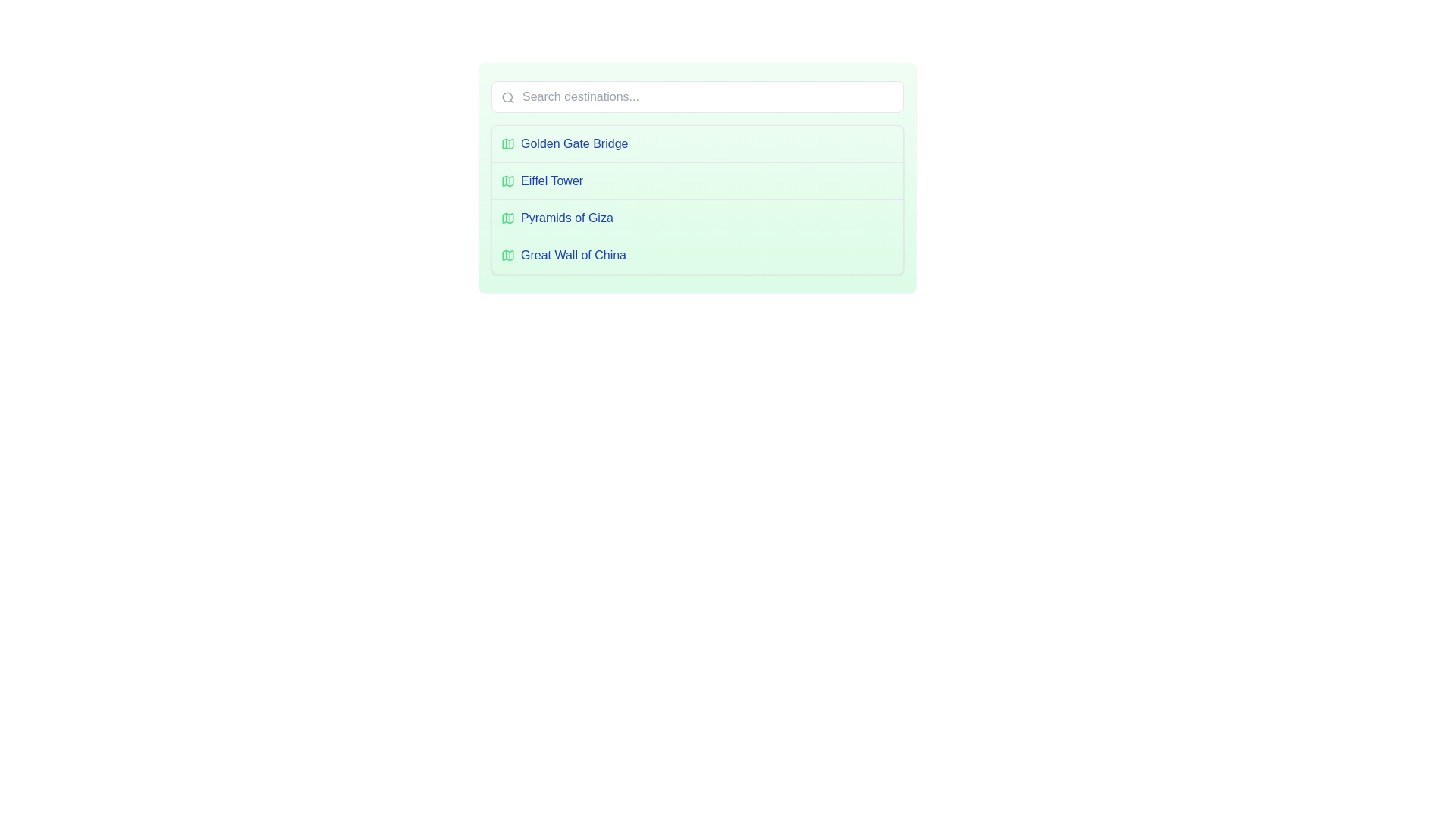 The image size is (1456, 819). I want to click on the first list item representing the Golden Gate Bridge destination, so click(697, 143).